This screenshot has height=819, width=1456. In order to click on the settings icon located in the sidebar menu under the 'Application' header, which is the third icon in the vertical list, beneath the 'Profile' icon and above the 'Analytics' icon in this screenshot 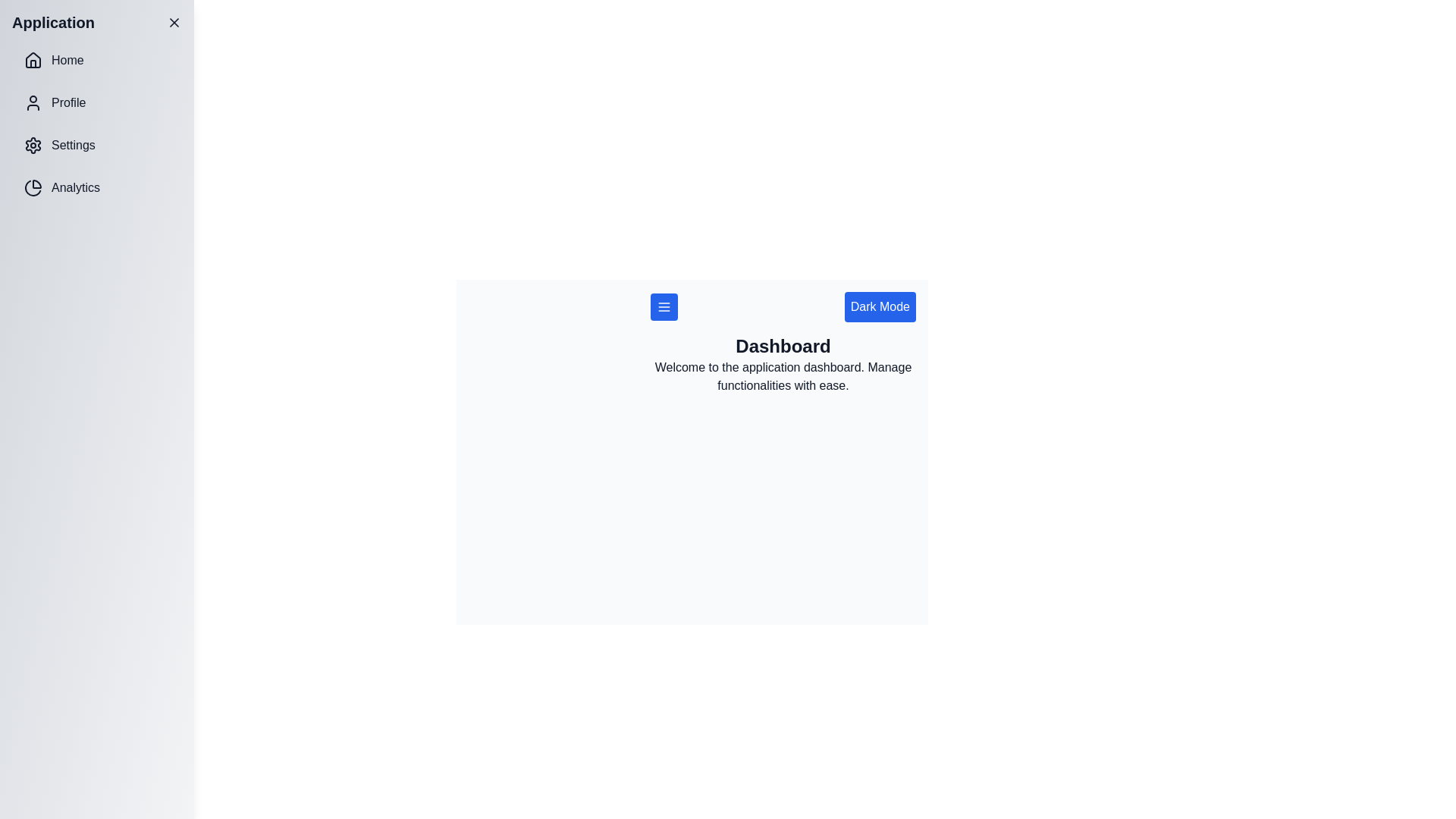, I will do `click(33, 146)`.